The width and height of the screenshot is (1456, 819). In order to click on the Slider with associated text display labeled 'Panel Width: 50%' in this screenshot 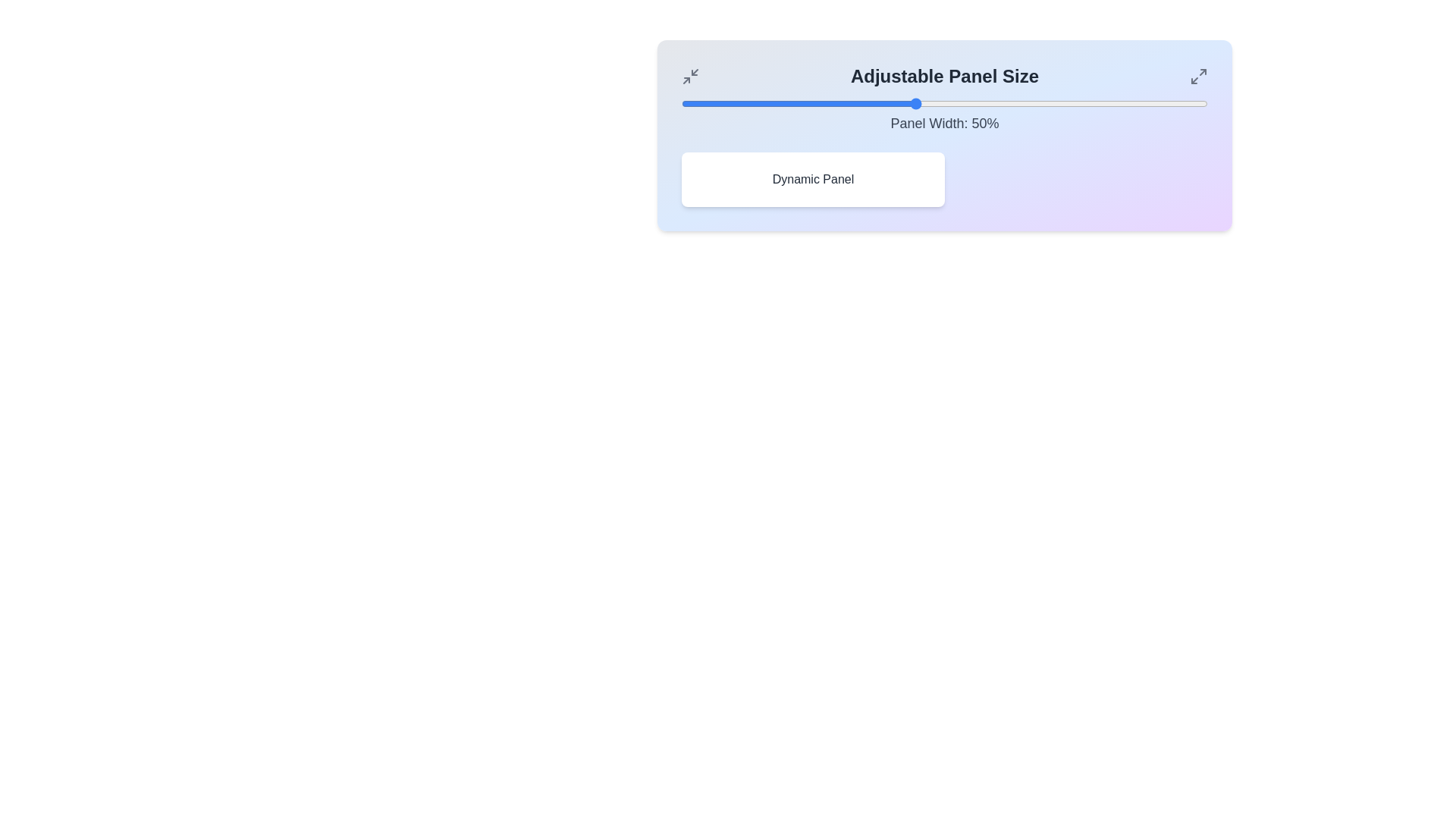, I will do `click(944, 116)`.